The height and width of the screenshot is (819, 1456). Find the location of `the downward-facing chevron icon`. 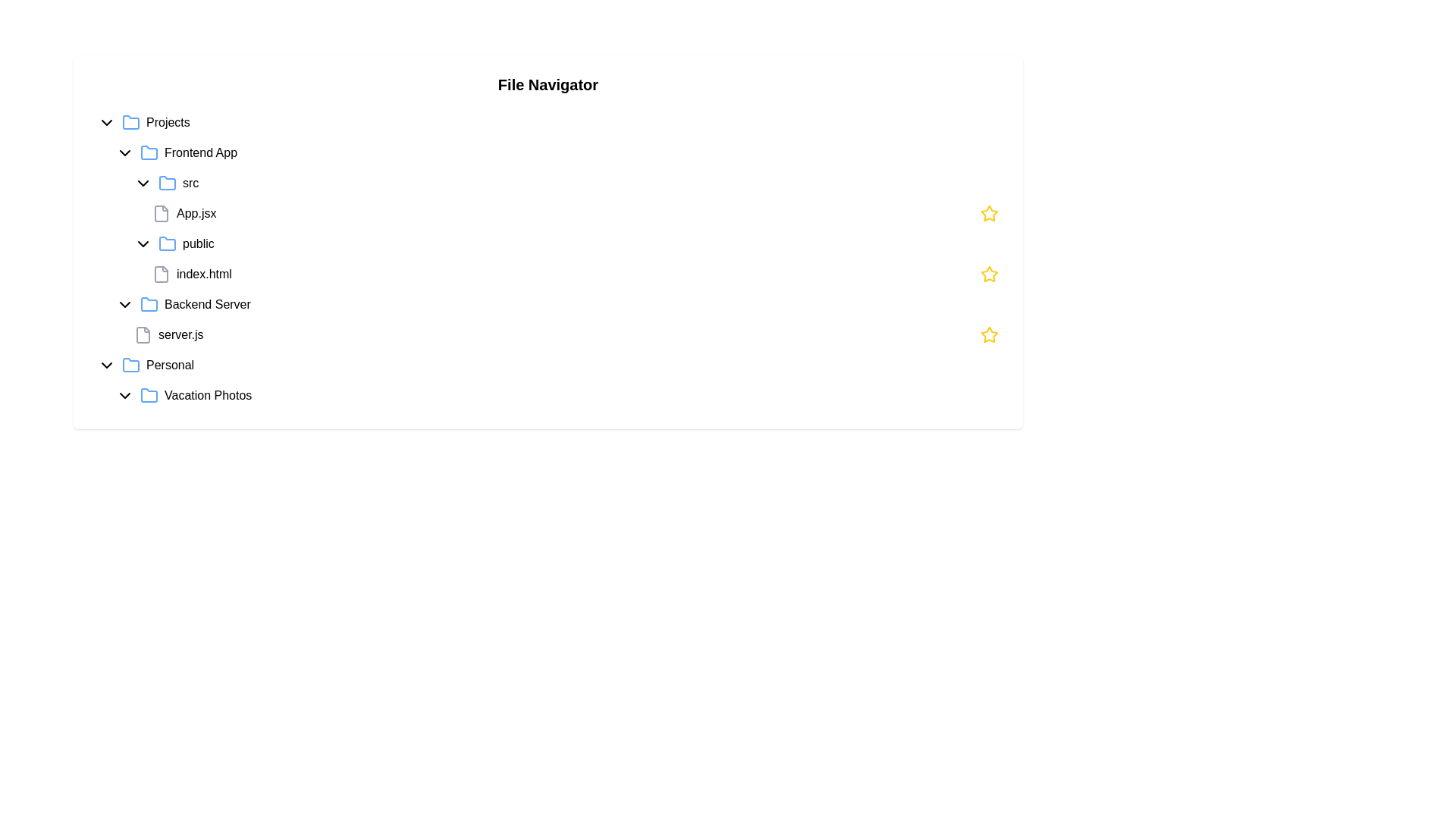

the downward-facing chevron icon is located at coordinates (124, 304).